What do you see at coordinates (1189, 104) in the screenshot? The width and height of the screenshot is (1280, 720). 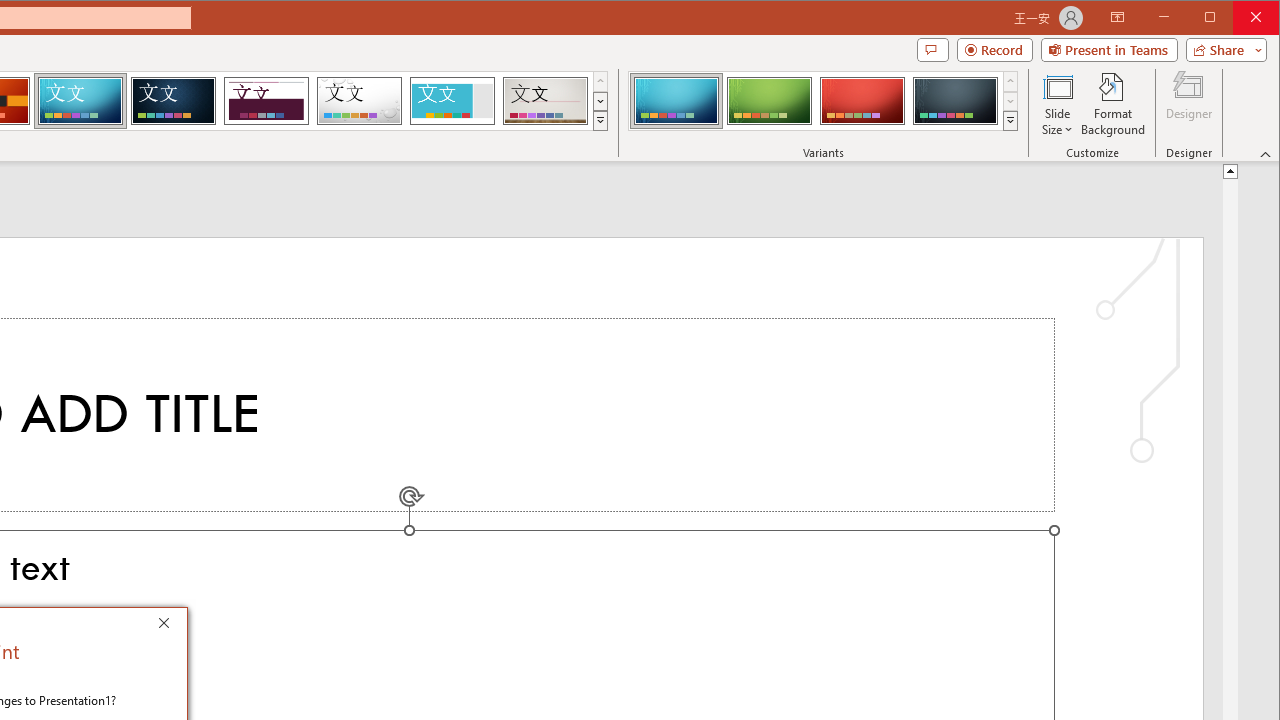 I see `'Designer'` at bounding box center [1189, 104].